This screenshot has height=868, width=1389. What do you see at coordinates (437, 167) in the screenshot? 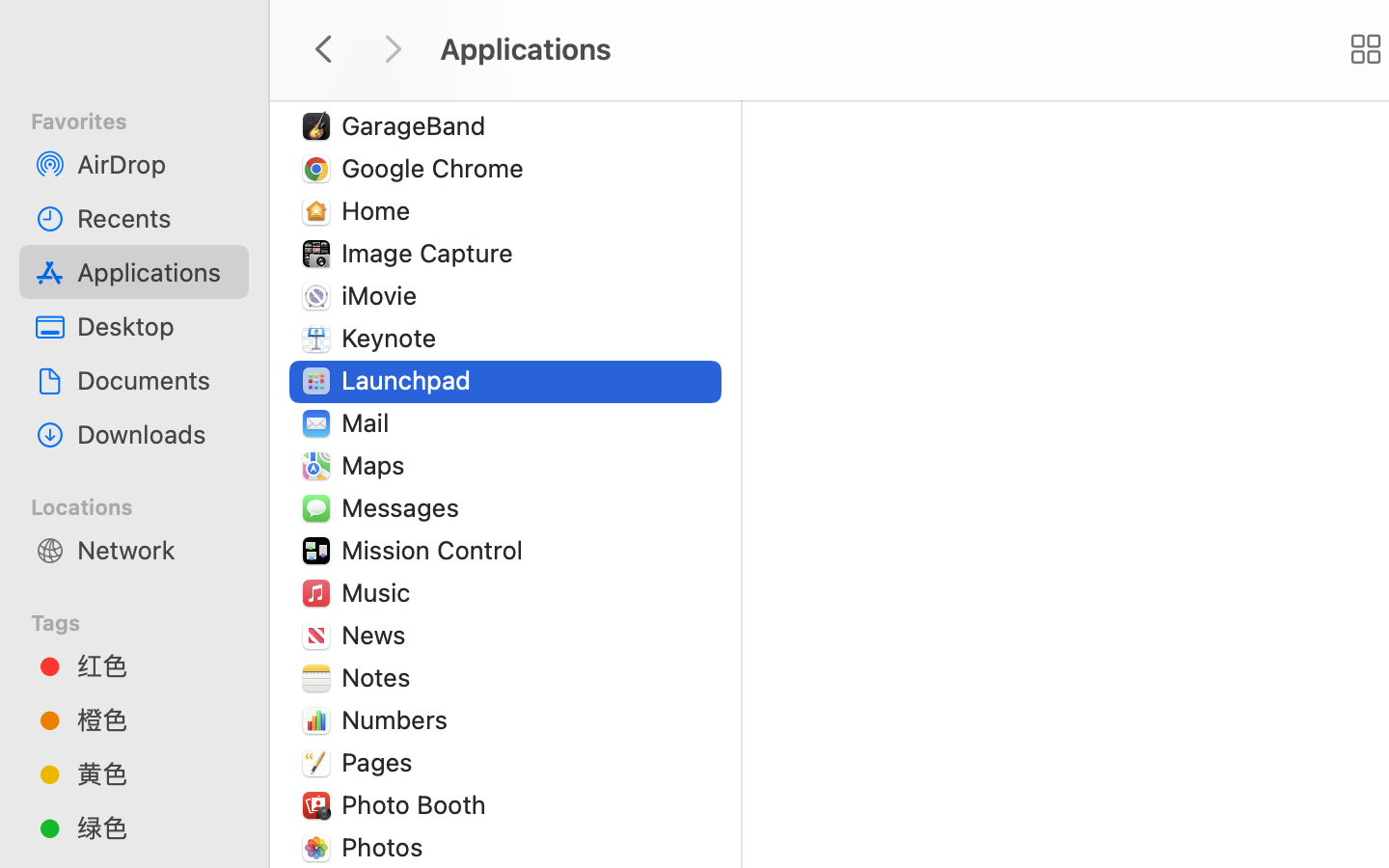
I see `'Google Chrome'` at bounding box center [437, 167].